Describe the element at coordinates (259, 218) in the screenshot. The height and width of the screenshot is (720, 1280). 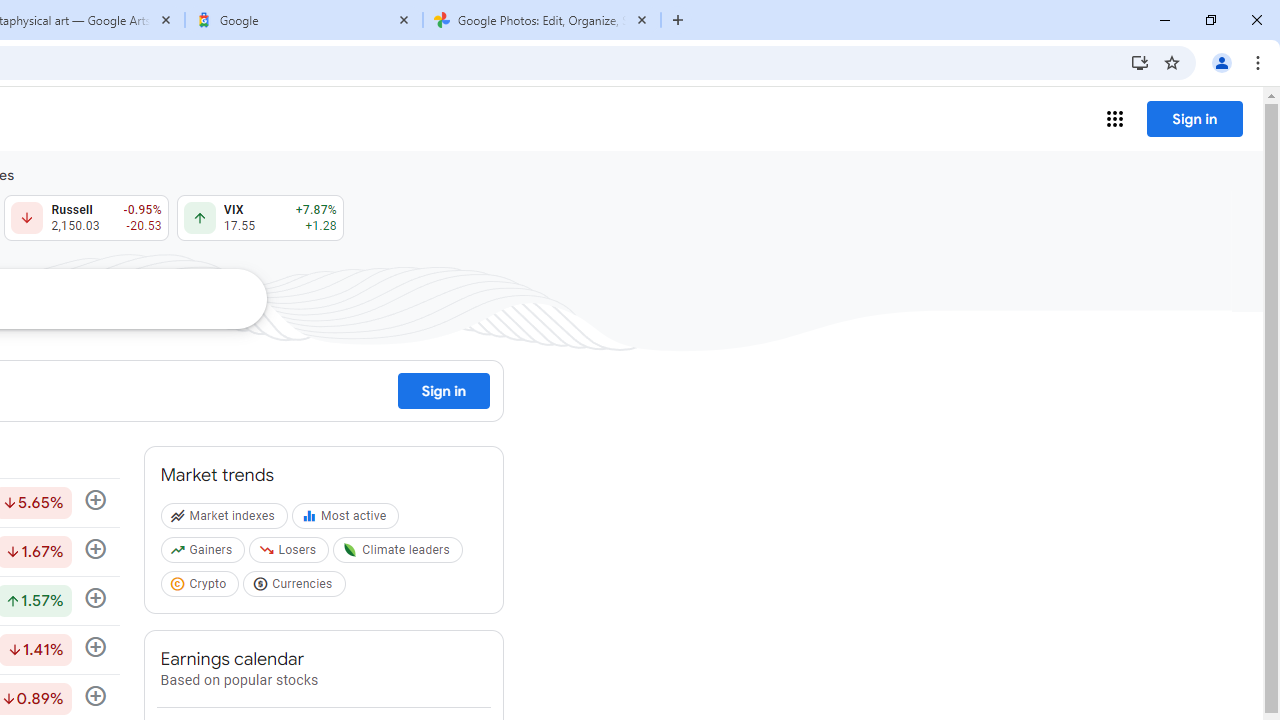
I see `'VIX 17.55 Up by 7.87% +1.28'` at that location.